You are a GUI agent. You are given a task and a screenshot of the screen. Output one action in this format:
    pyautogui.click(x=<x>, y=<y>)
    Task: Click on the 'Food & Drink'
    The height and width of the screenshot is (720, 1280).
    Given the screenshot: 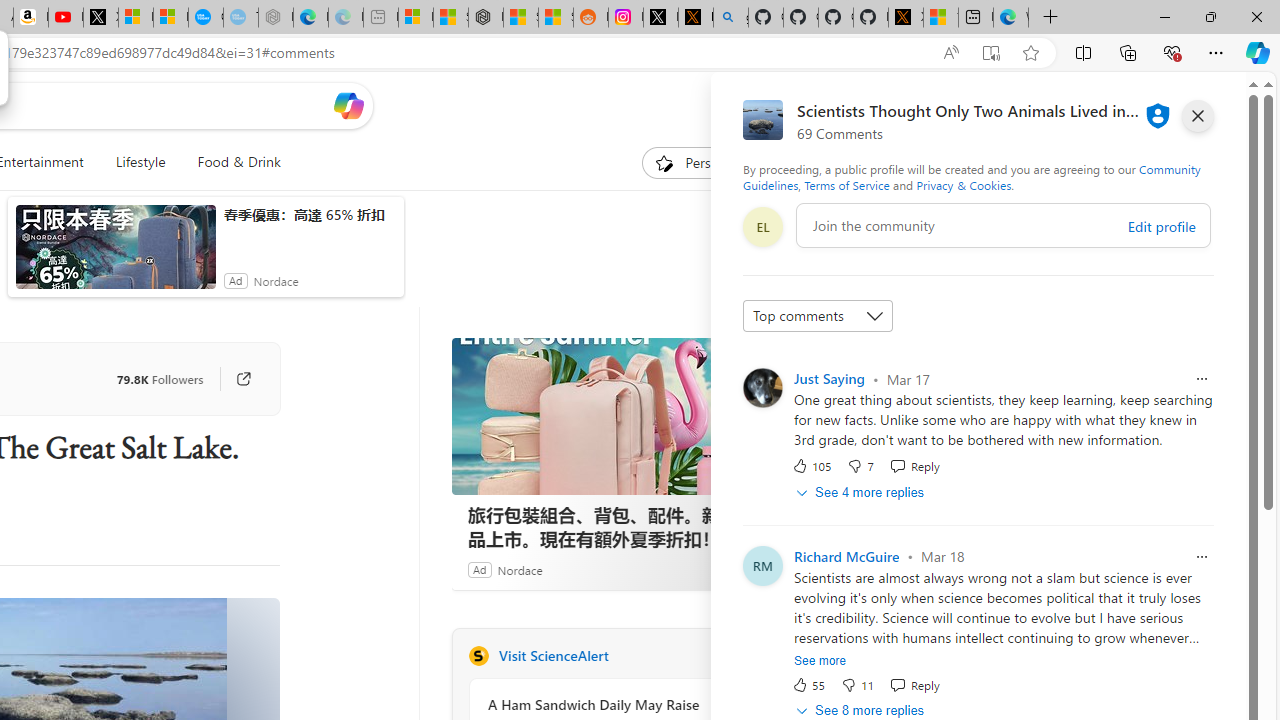 What is the action you would take?
    pyautogui.click(x=239, y=162)
    